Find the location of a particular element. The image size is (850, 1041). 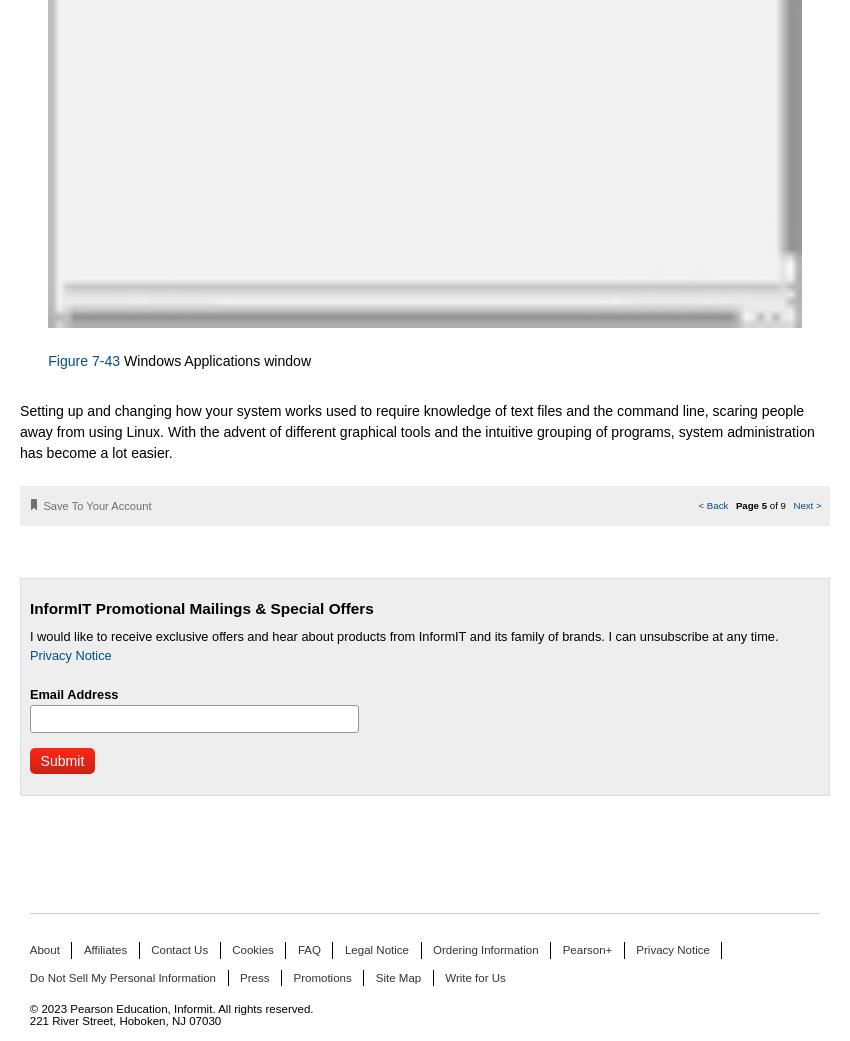

'FAQ' is located at coordinates (295, 950).